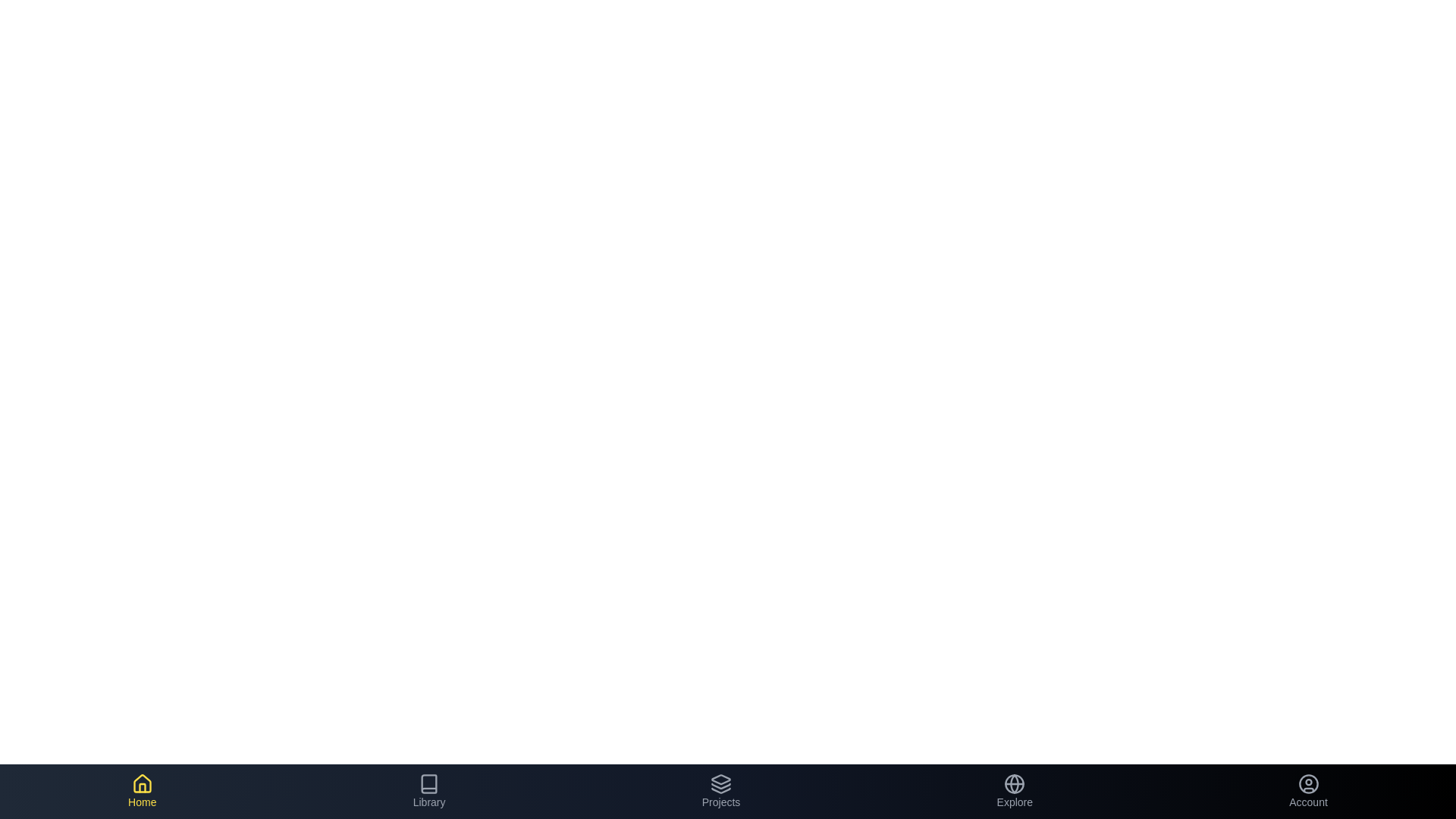 Image resolution: width=1456 pixels, height=819 pixels. What do you see at coordinates (720, 791) in the screenshot?
I see `the Projects tab to navigate to its section` at bounding box center [720, 791].